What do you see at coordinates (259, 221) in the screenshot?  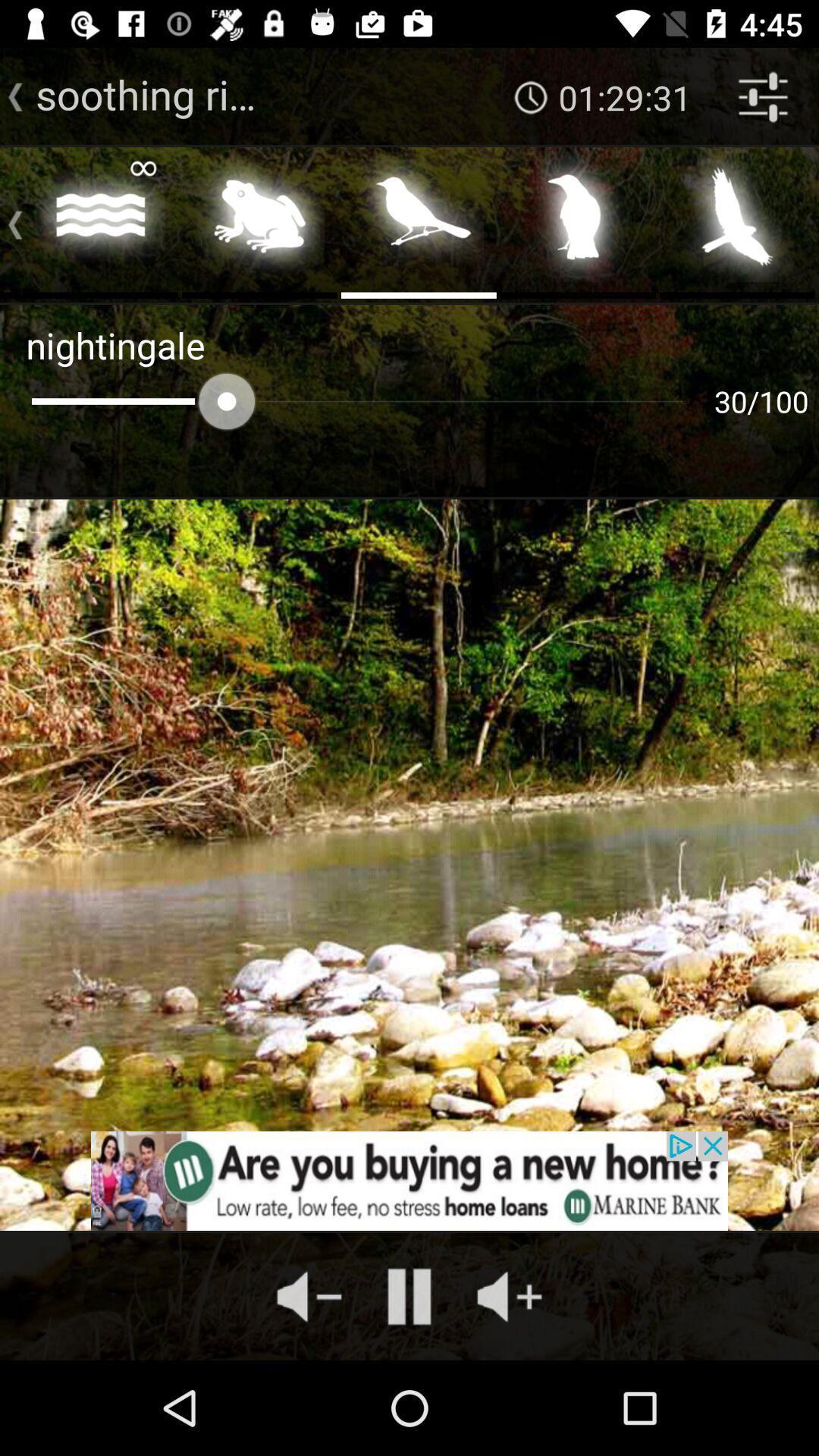 I see `frog sounds` at bounding box center [259, 221].